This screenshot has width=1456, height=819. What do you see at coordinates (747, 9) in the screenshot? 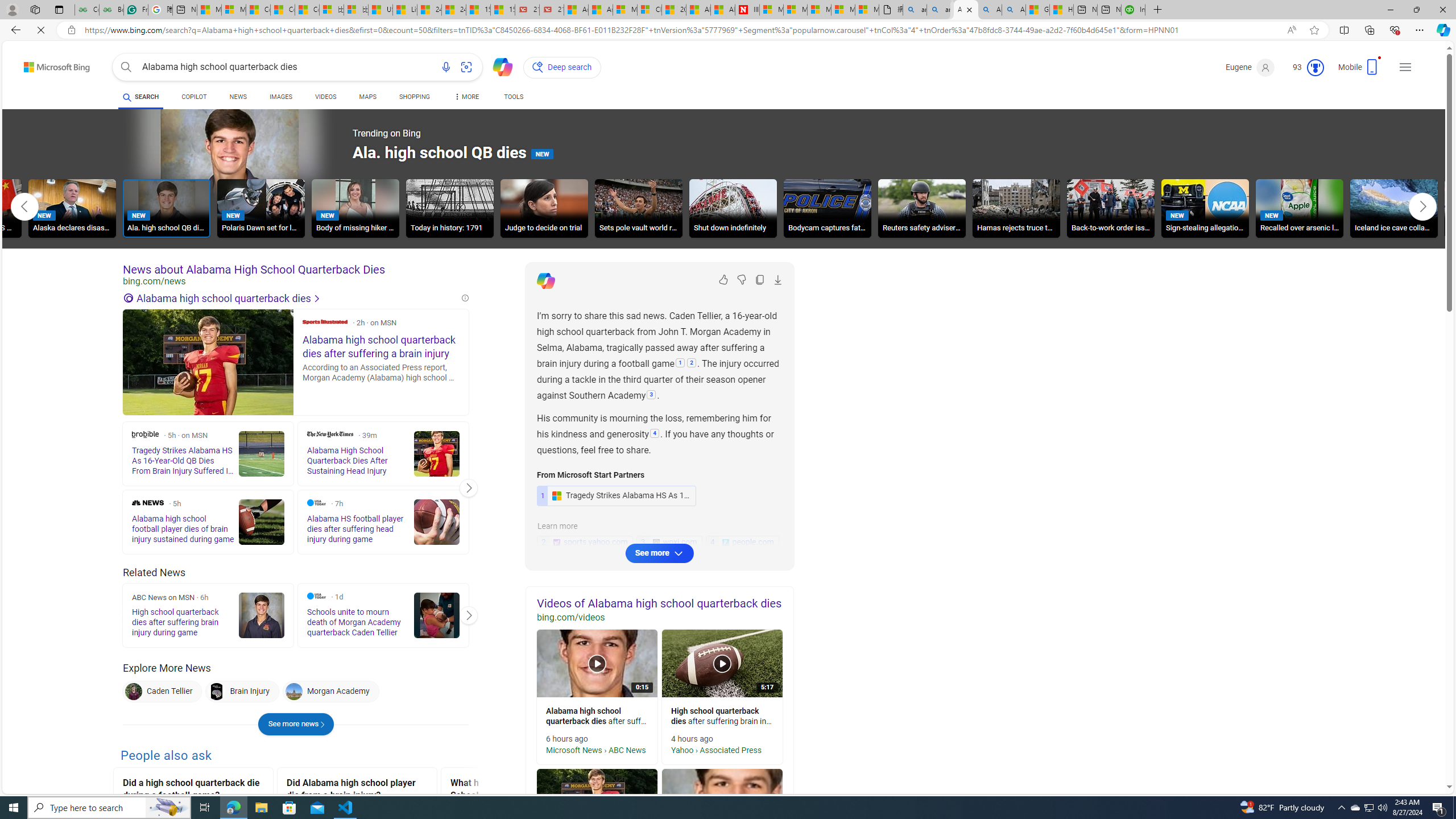
I see `'Illness news & latest pictures from Newsweek.com'` at bounding box center [747, 9].